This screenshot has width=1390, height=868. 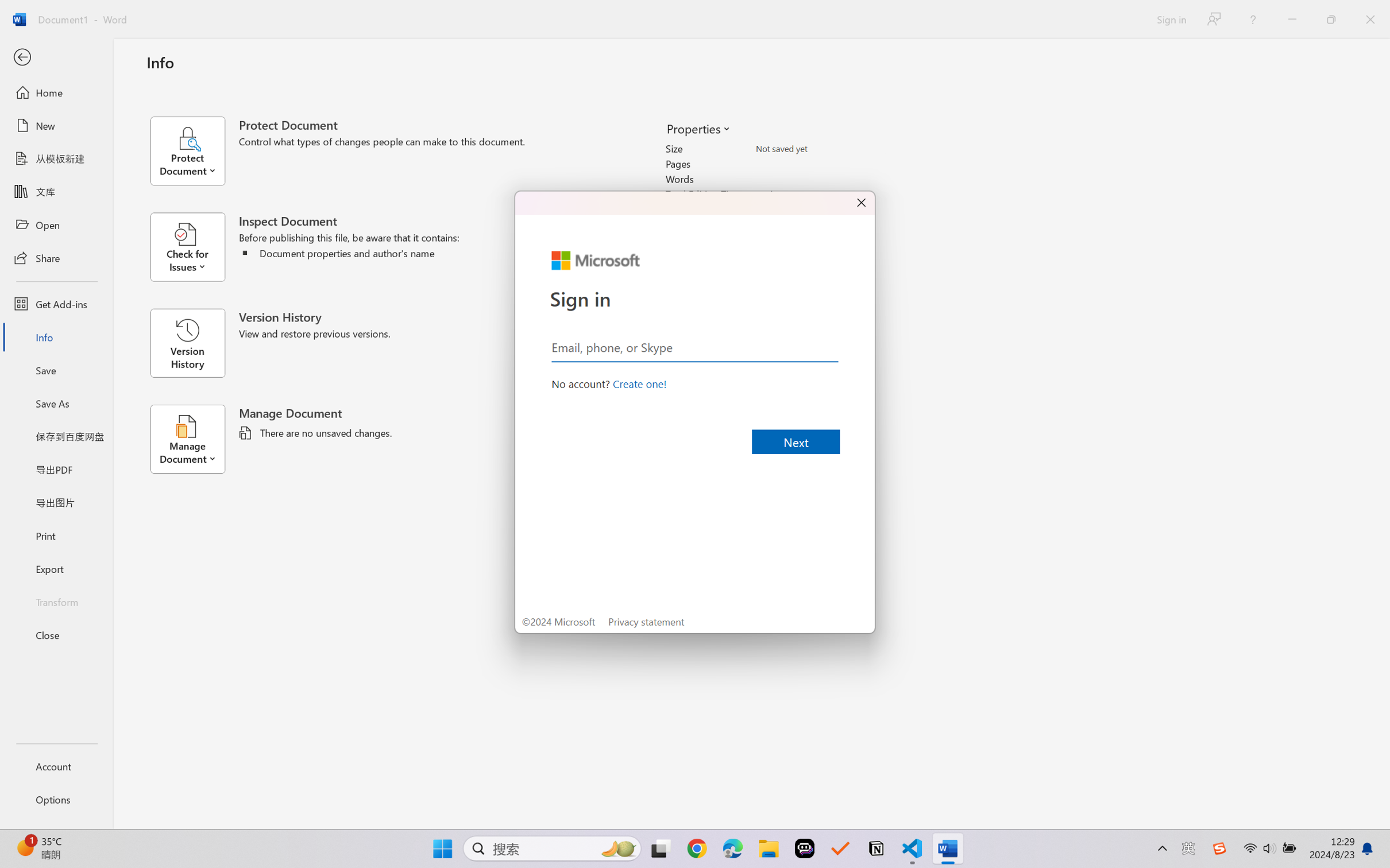 I want to click on 'Version History', so click(x=187, y=342).